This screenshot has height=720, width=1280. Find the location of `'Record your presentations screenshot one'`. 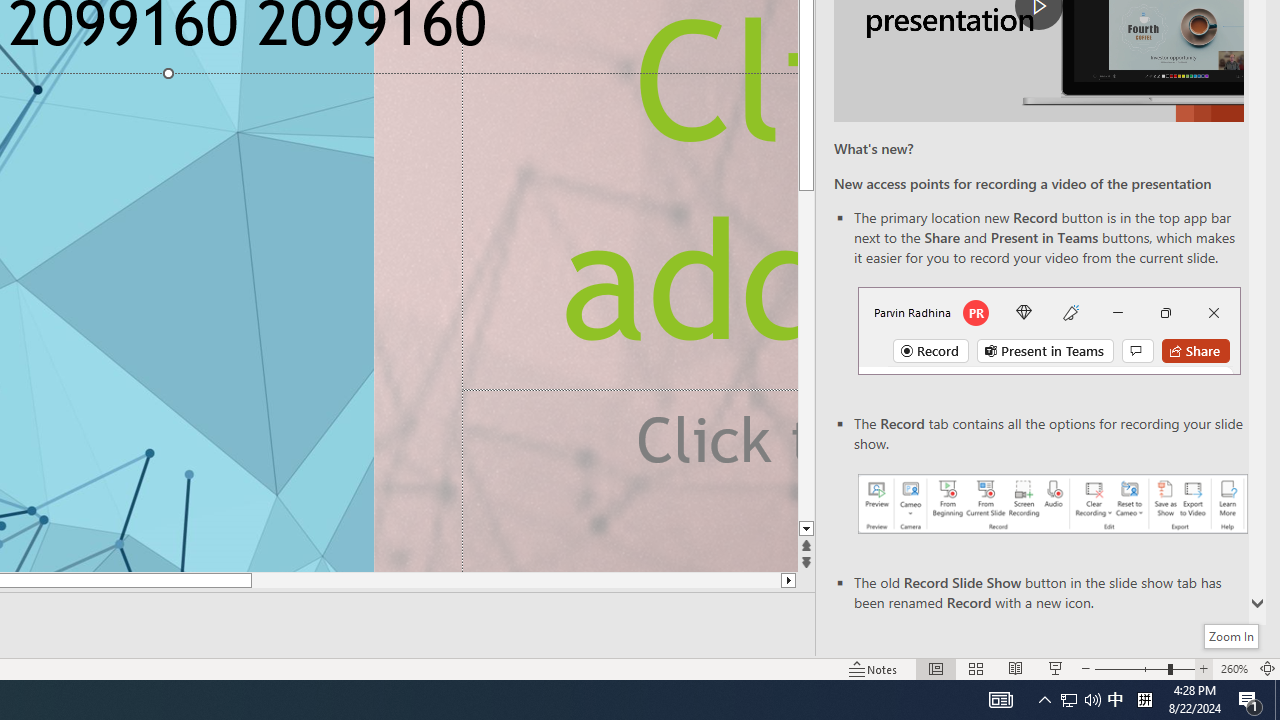

'Record your presentations screenshot one' is located at coordinates (1051, 502).